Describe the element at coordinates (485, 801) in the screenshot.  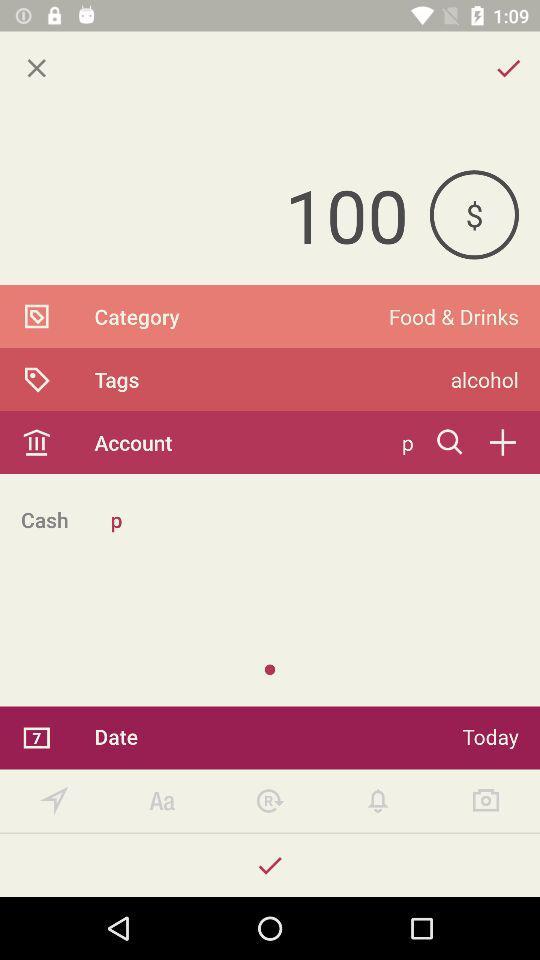
I see `camera mode` at that location.